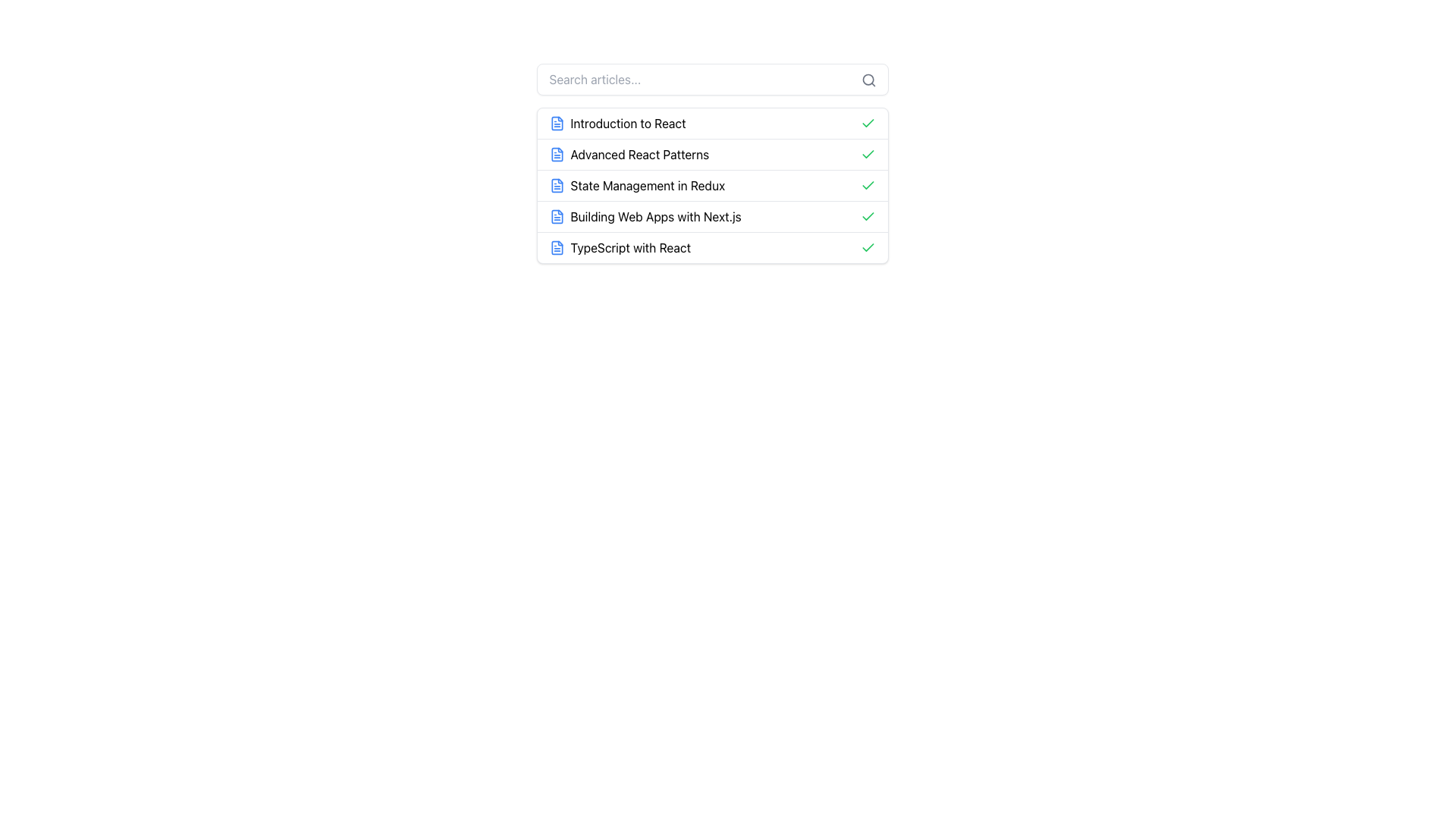 The width and height of the screenshot is (1456, 819). Describe the element at coordinates (868, 155) in the screenshot. I see `the completion status icon located at the far right of the 'Advanced React Patterns' list item to indicate that the item is marked as completed or selected` at that location.